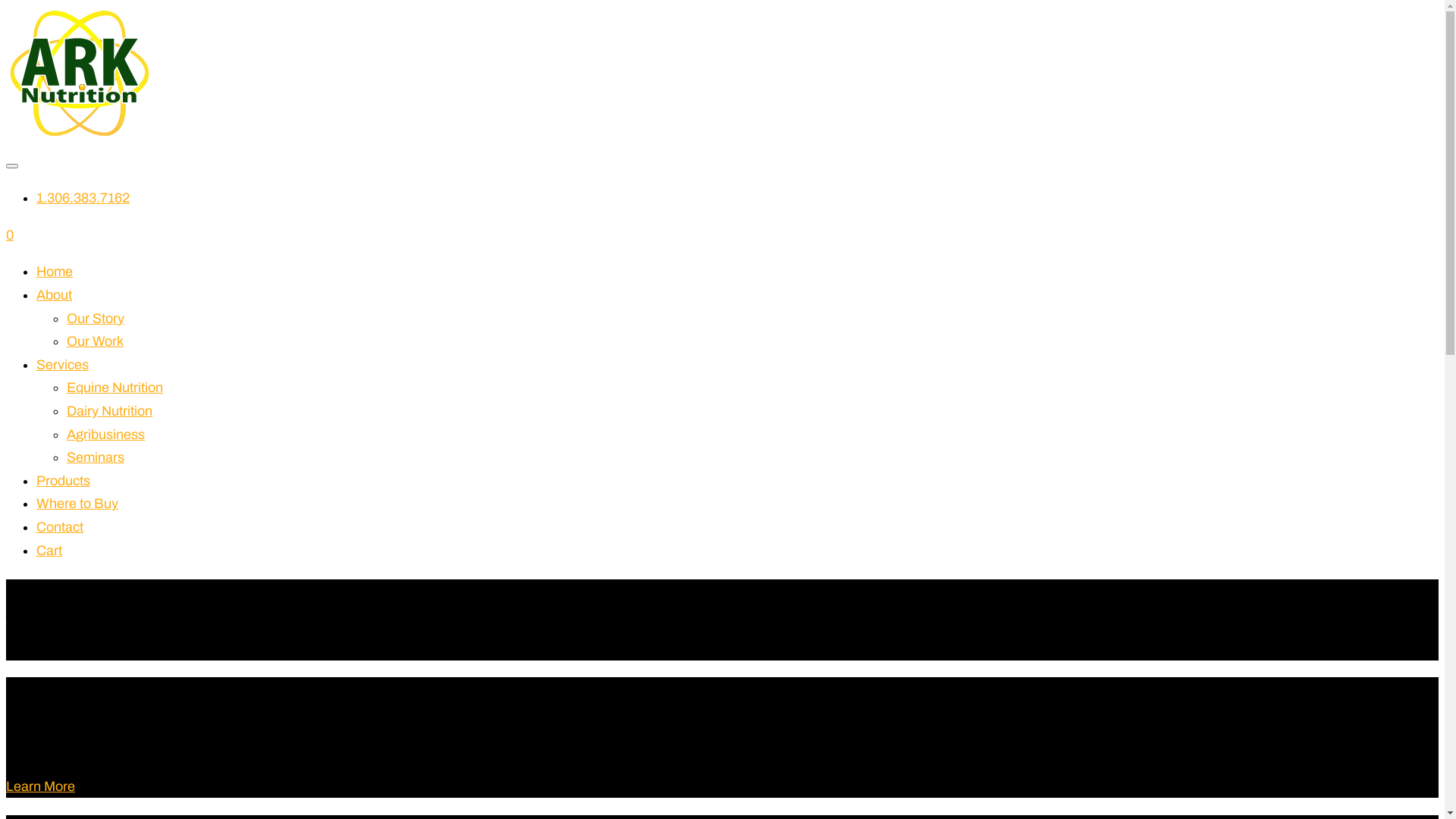 The width and height of the screenshot is (1456, 819). Describe the element at coordinates (105, 435) in the screenshot. I see `'Agribusiness'` at that location.